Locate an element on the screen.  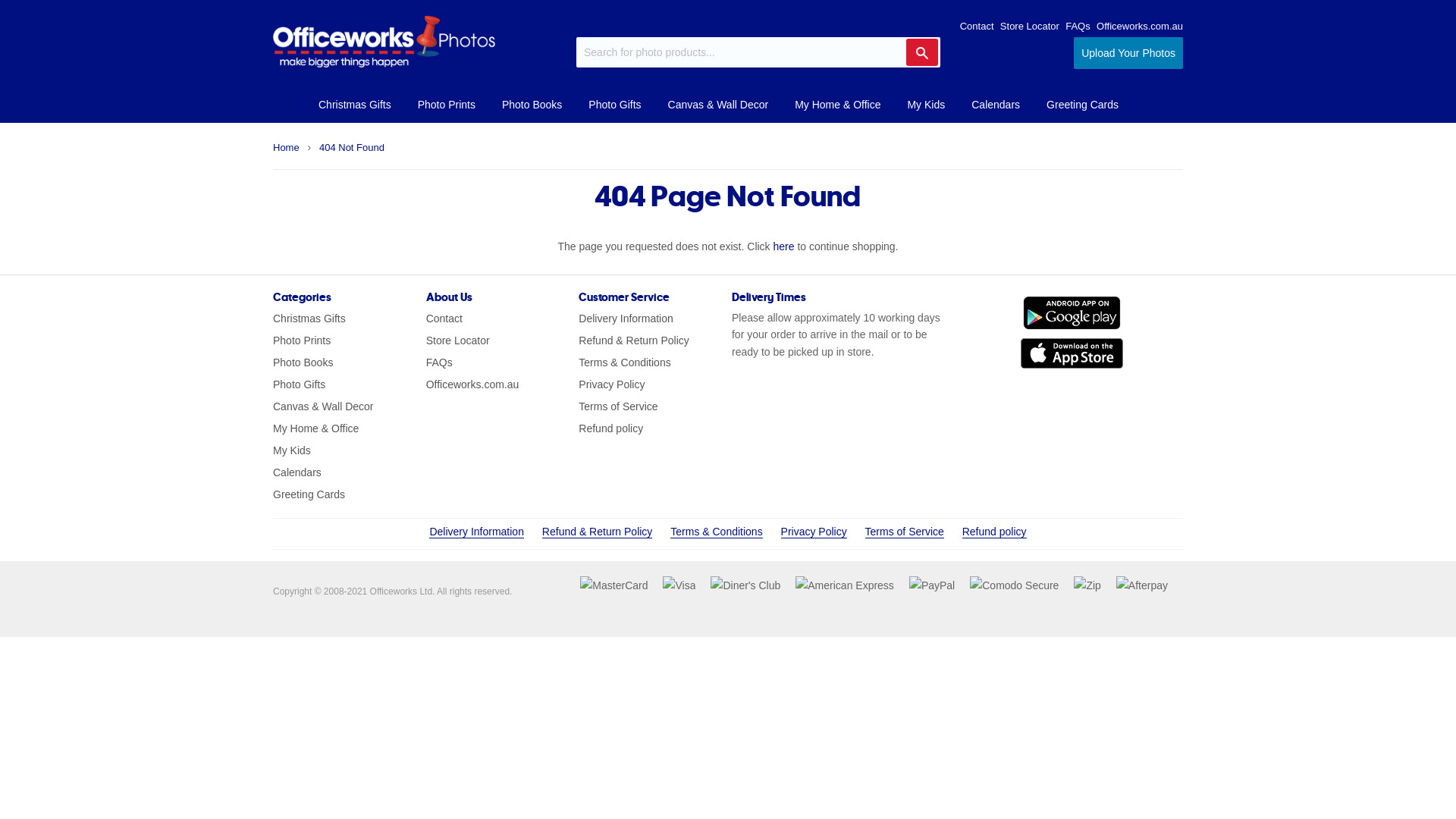
'Upload Your Photos' is located at coordinates (1073, 52).